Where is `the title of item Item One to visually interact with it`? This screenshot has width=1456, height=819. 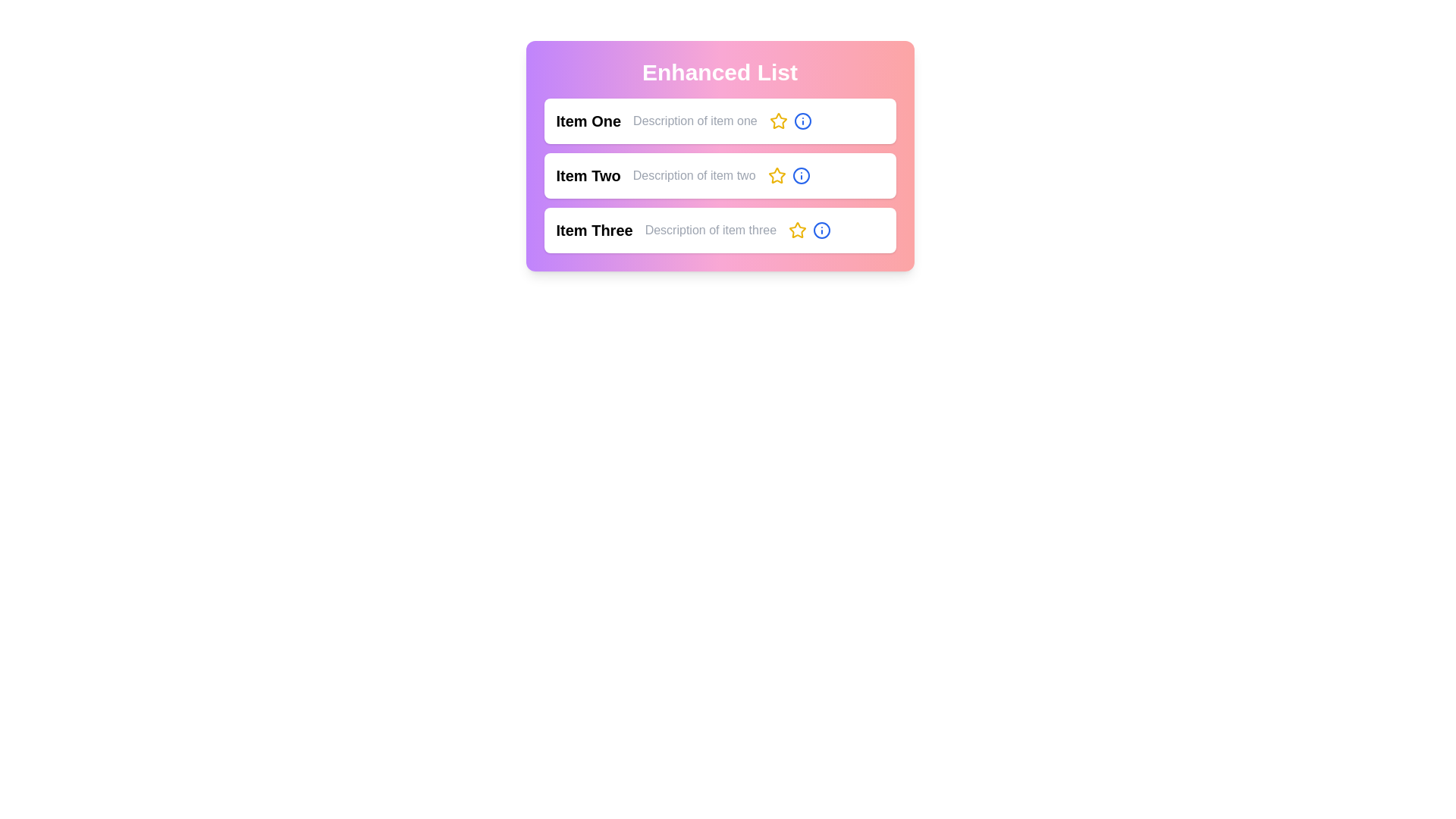 the title of item Item One to visually interact with it is located at coordinates (588, 120).